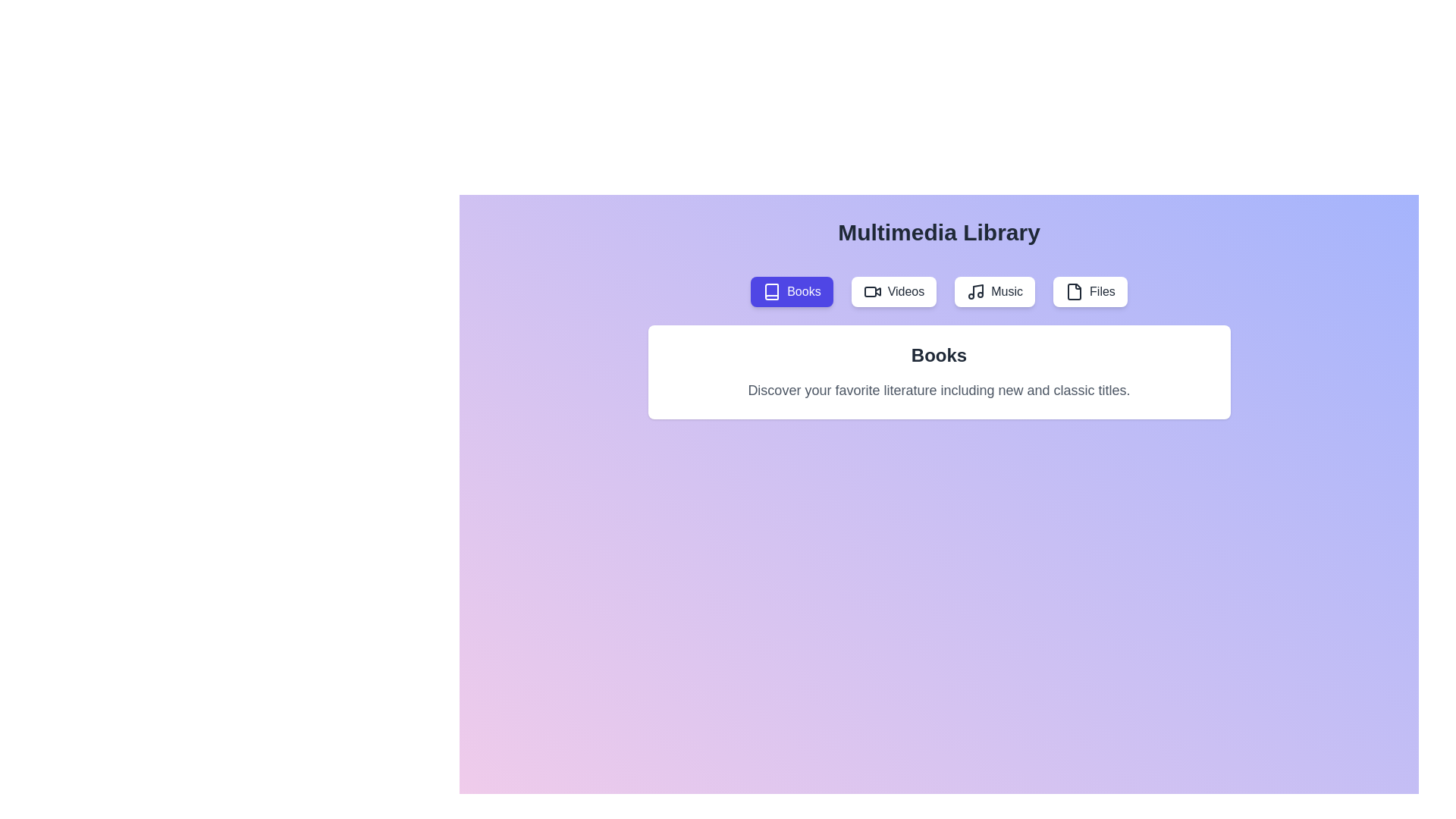  Describe the element at coordinates (893, 292) in the screenshot. I see `the Videos tab by clicking on its button` at that location.